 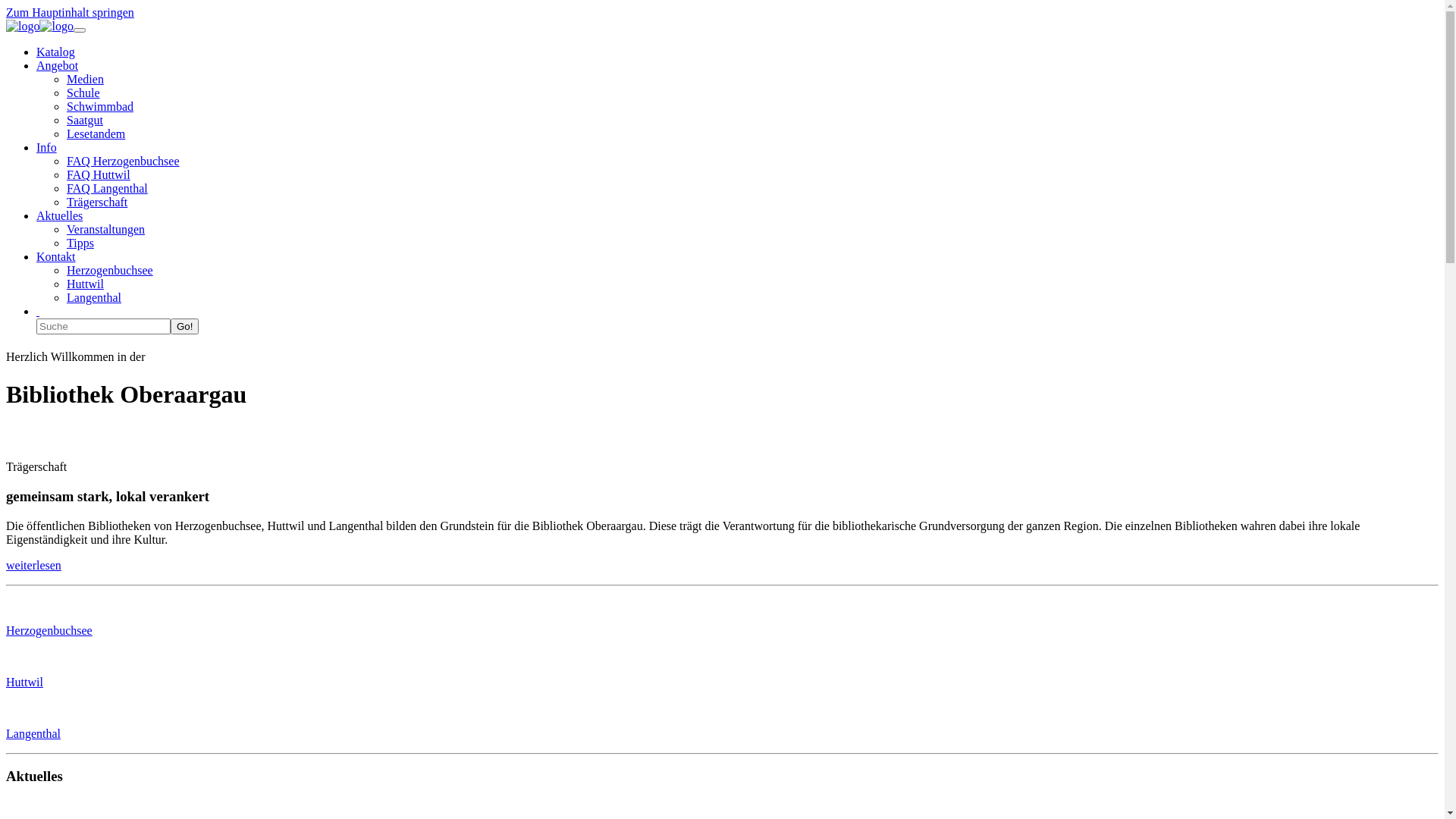 I want to click on 'Medien', so click(x=84, y=79).